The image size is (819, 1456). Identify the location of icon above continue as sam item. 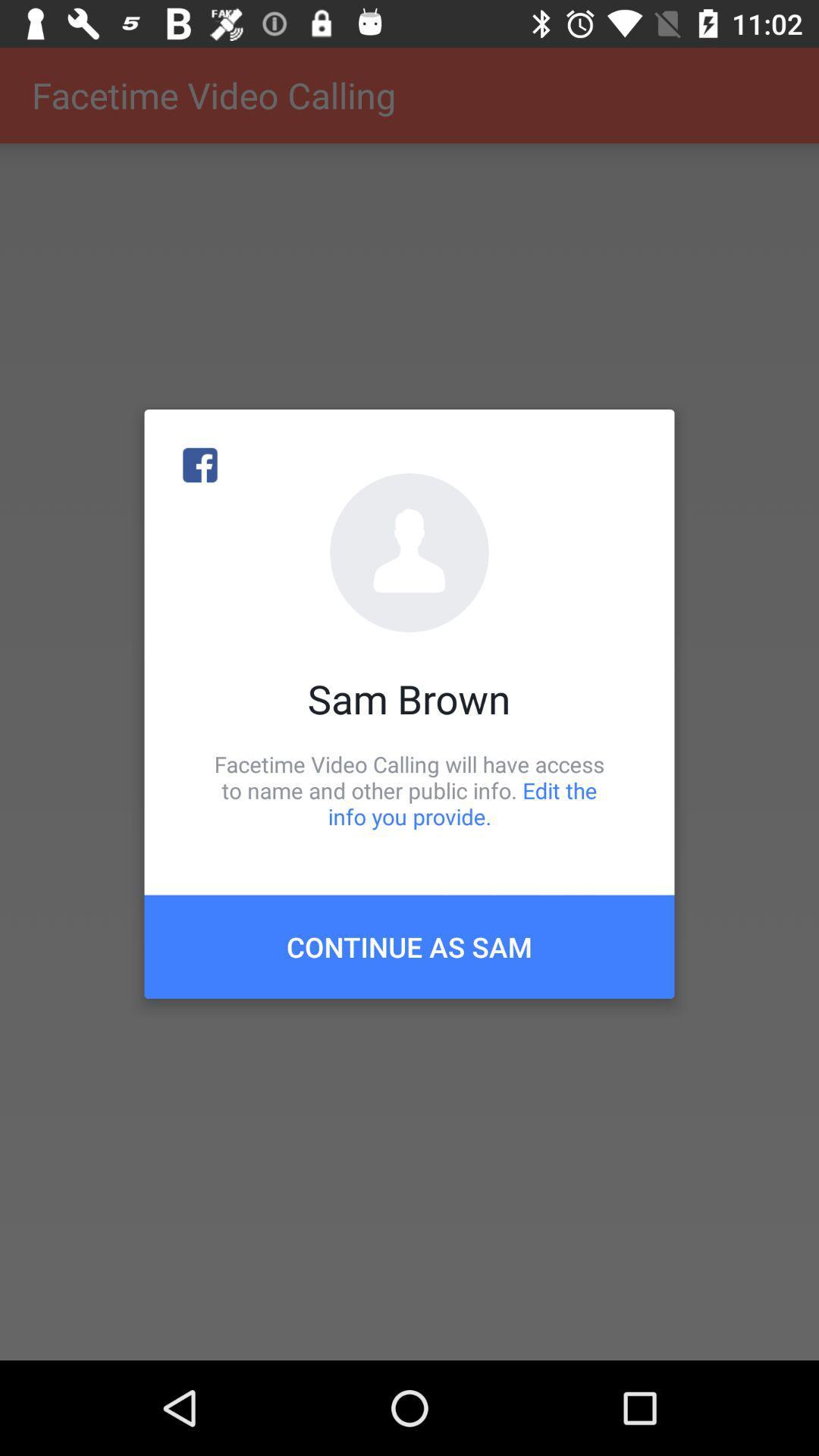
(409, 789).